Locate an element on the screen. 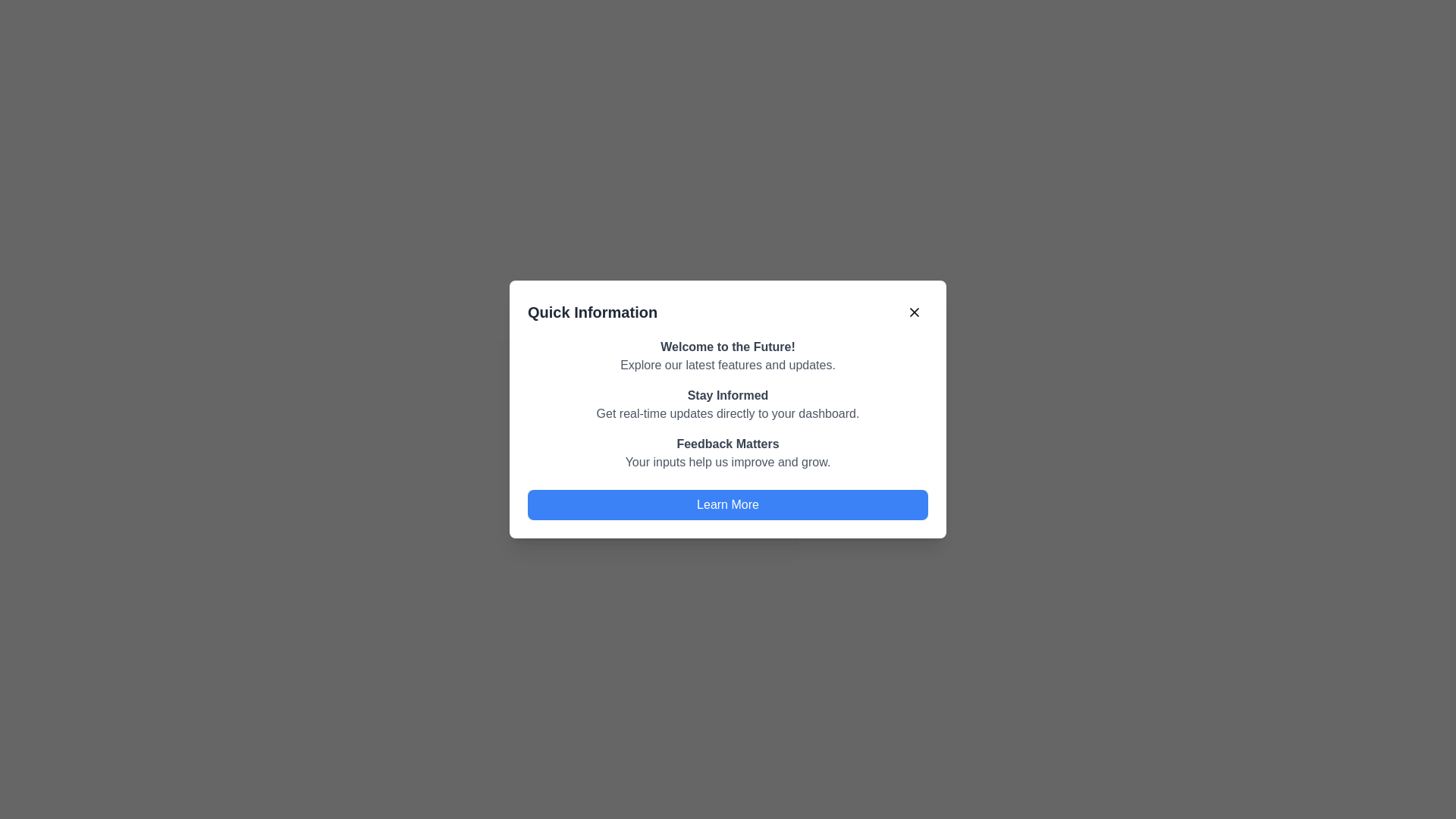 The height and width of the screenshot is (819, 1456). the text display that reads 'Feedback Matters', which is styled in bold dark gray and located near the middle of the modal dialog box is located at coordinates (728, 444).